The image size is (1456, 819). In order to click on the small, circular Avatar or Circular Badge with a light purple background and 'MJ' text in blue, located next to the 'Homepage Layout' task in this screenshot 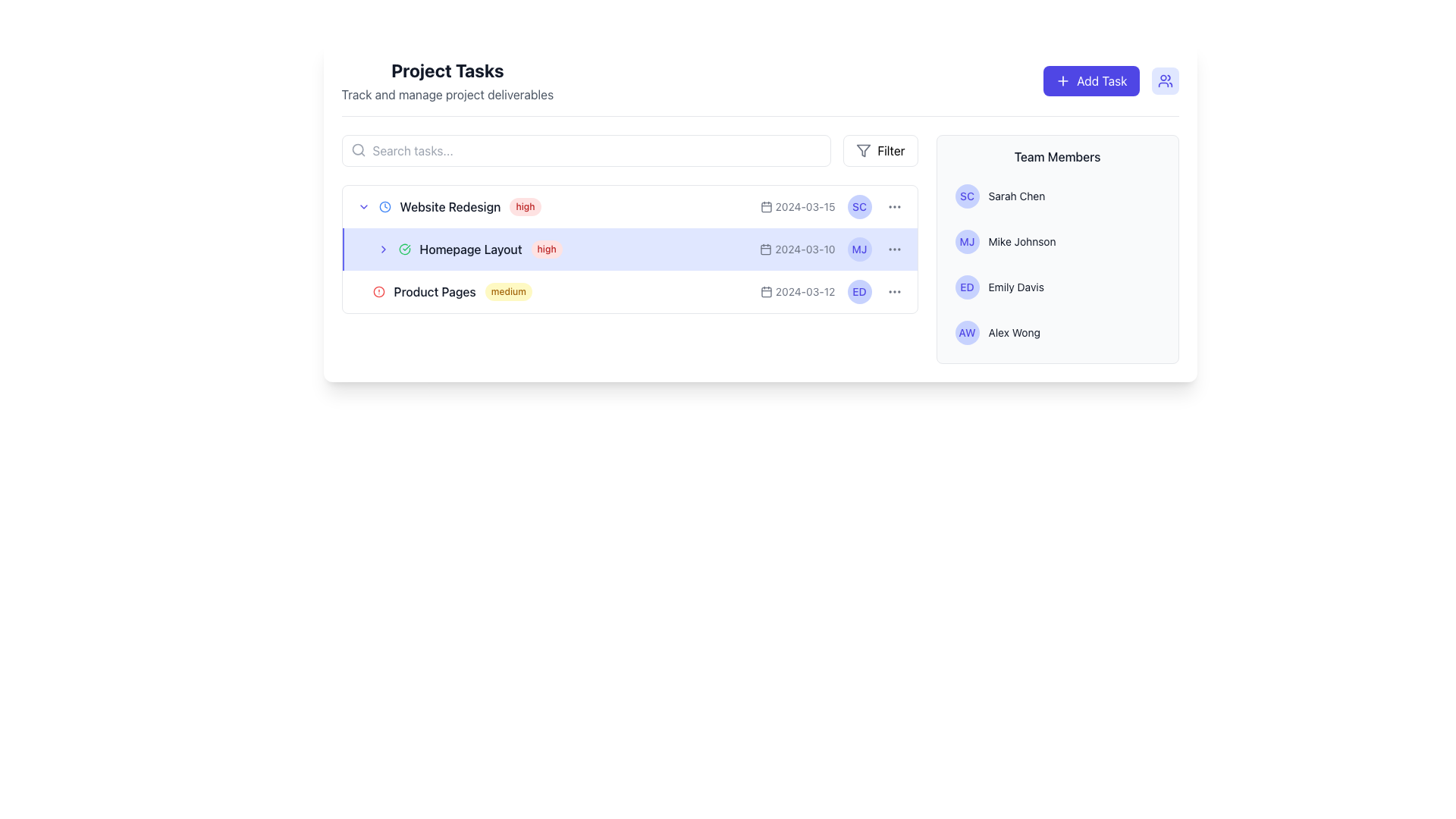, I will do `click(859, 248)`.